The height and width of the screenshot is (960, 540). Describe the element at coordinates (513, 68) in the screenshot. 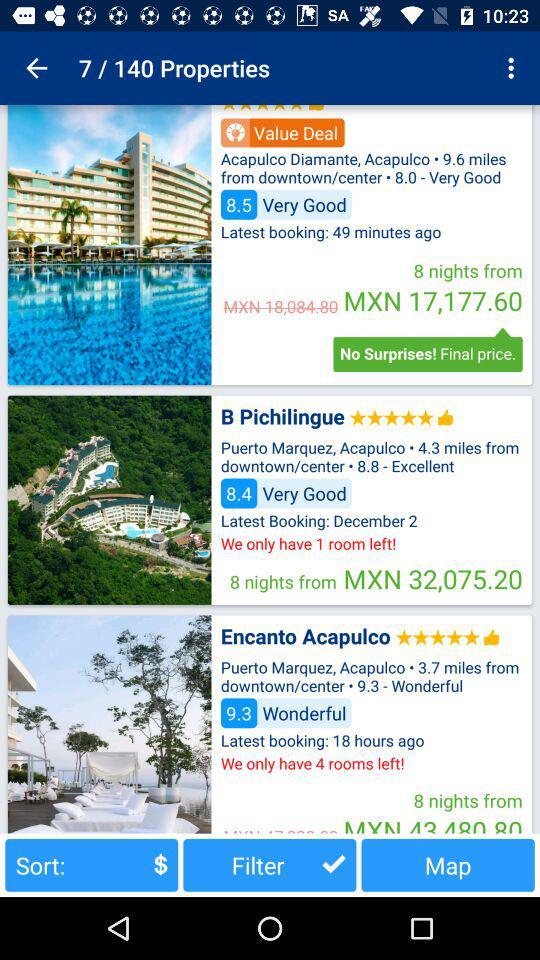

I see `the app next to the 7 / 140 properties app` at that location.